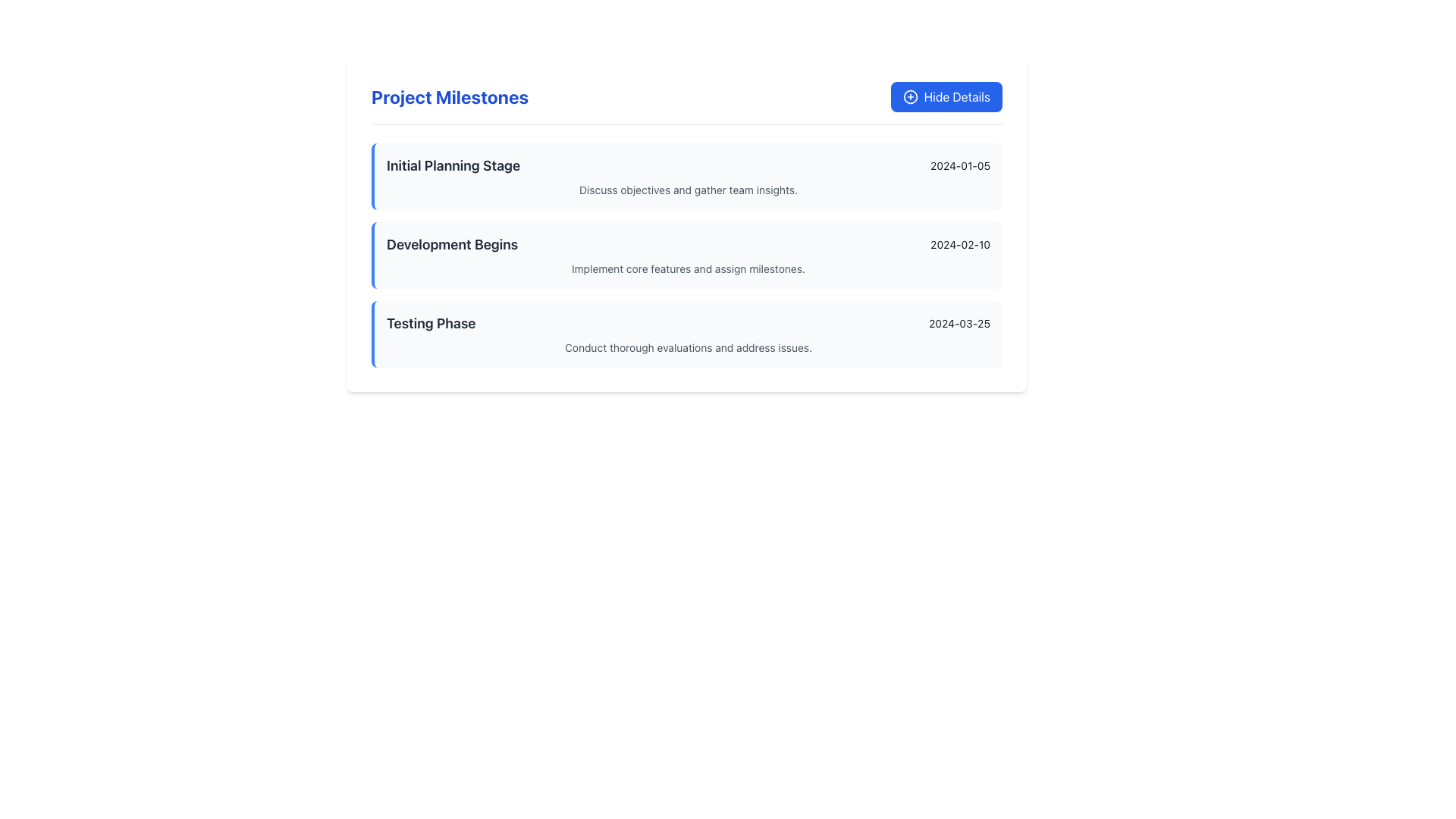 The image size is (1456, 819). What do you see at coordinates (959, 323) in the screenshot?
I see `the Text Label indicating the date associated with the 'Testing Phase' milestone, located in the last row of the milestones list, aligned to the right within its row` at bounding box center [959, 323].